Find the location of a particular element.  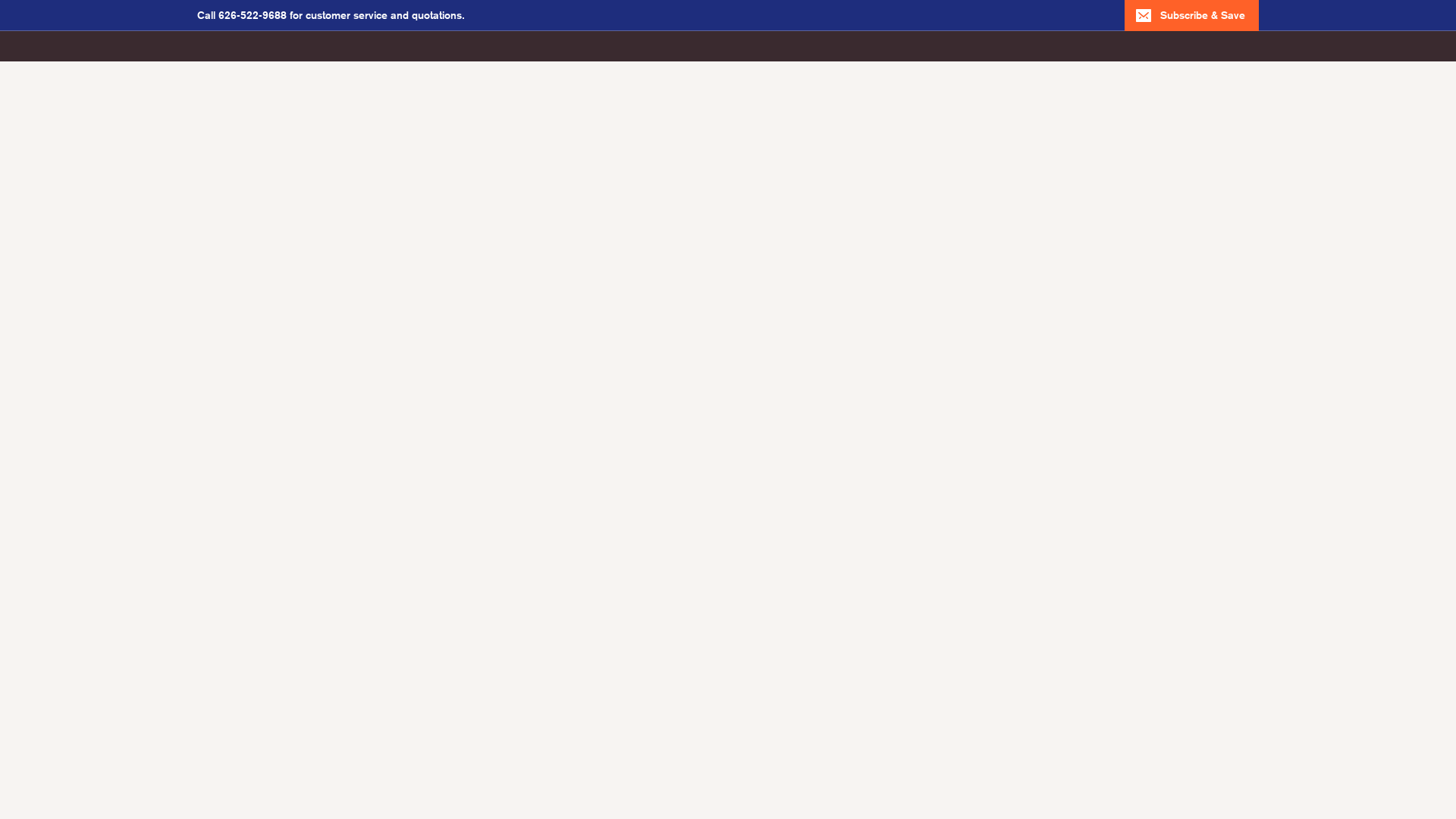

'Subscribe & Save' is located at coordinates (1191, 14).